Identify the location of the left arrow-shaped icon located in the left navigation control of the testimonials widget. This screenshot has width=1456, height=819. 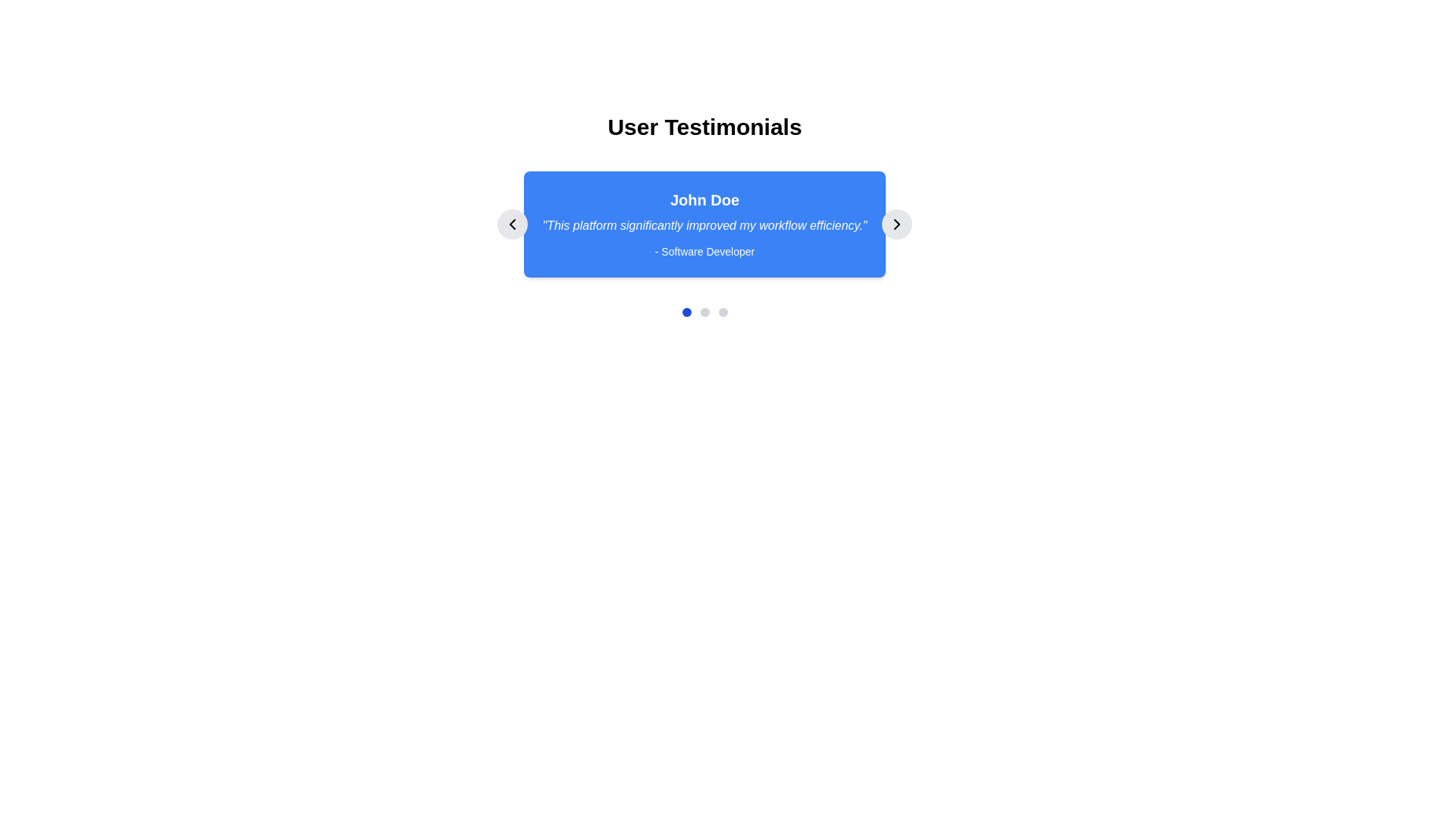
(513, 224).